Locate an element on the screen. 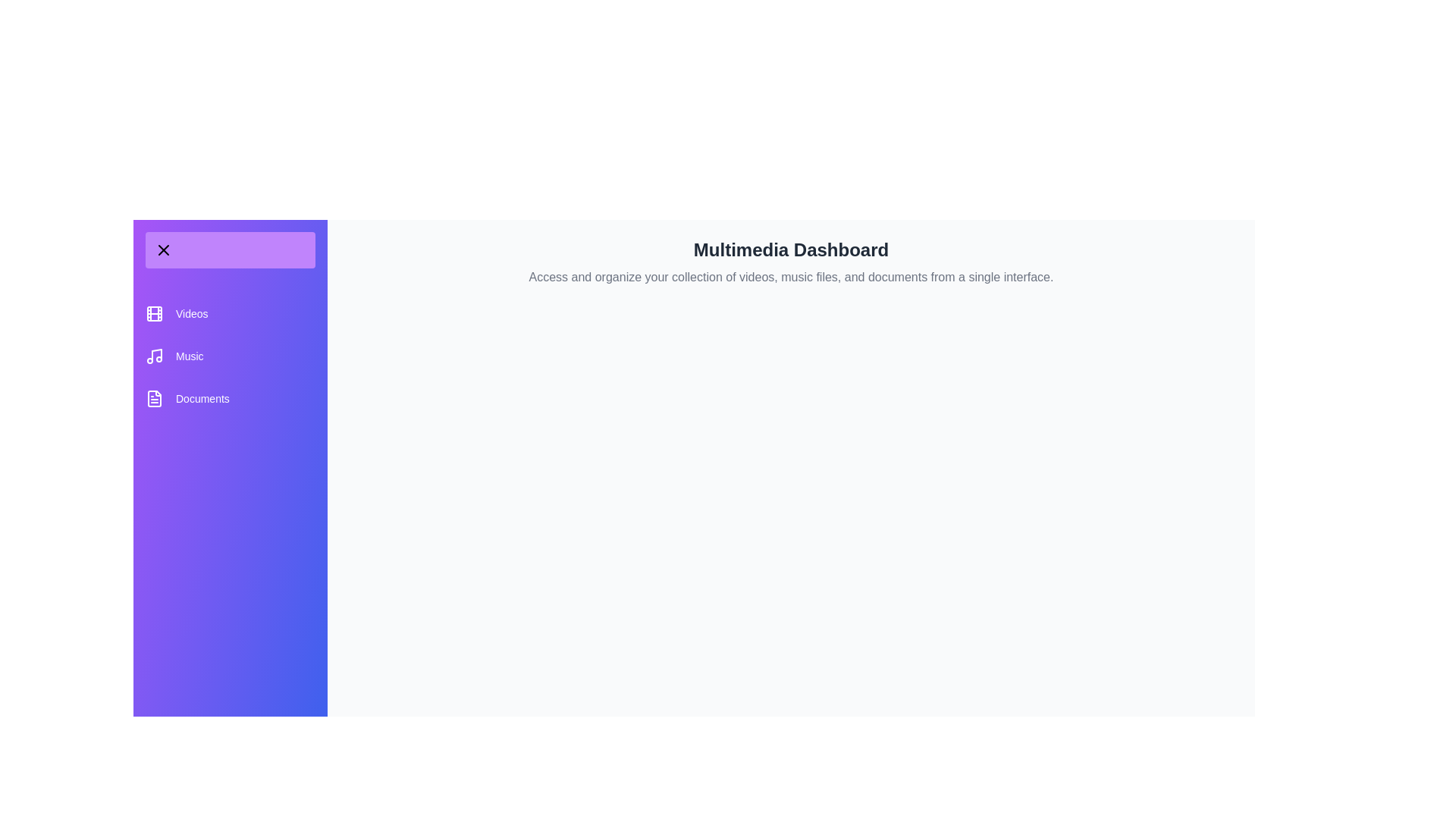 The height and width of the screenshot is (819, 1456). drawer toggle button to toggle the drawer open or closed is located at coordinates (229, 249).